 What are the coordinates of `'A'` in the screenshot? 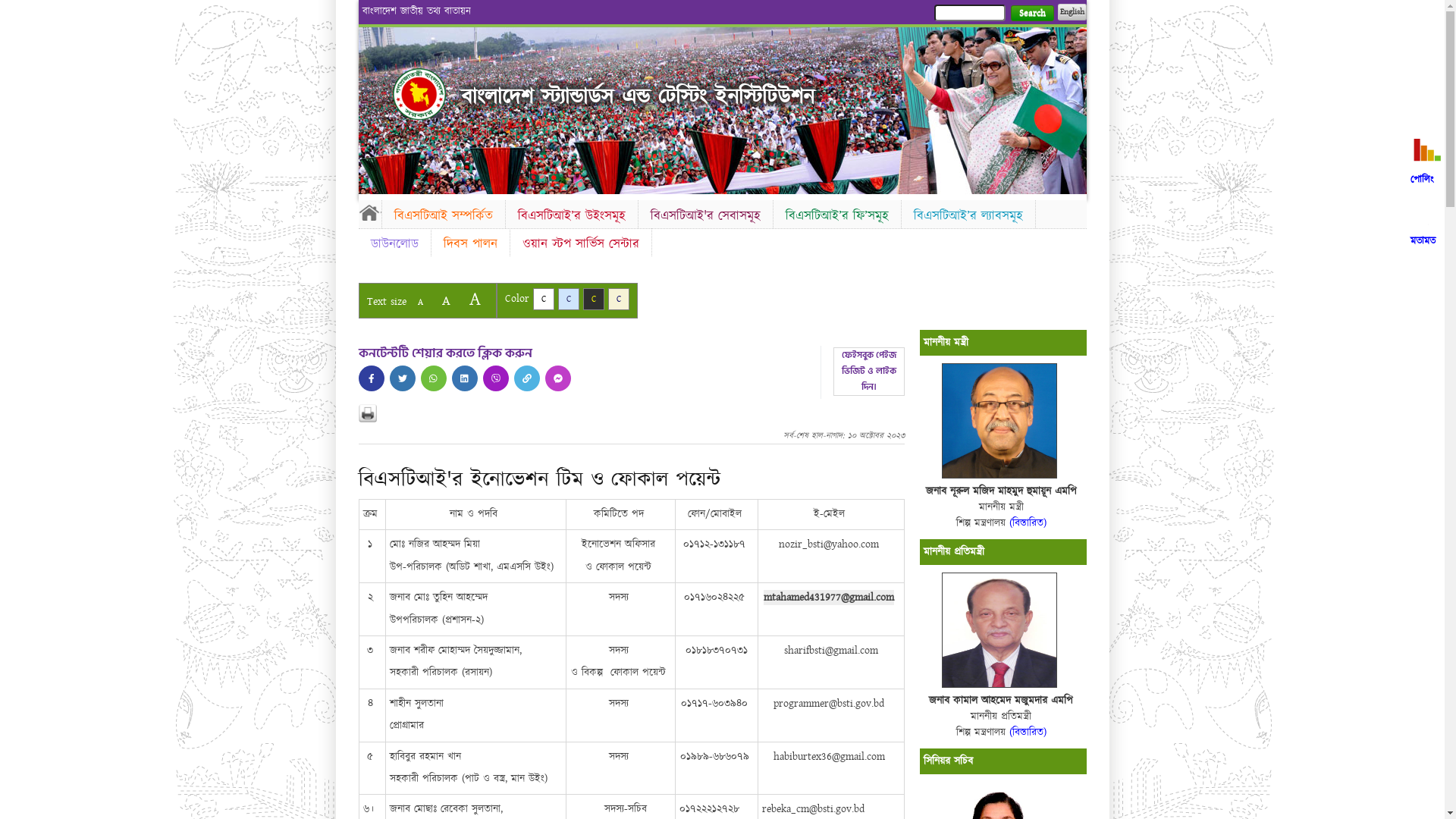 It's located at (473, 299).